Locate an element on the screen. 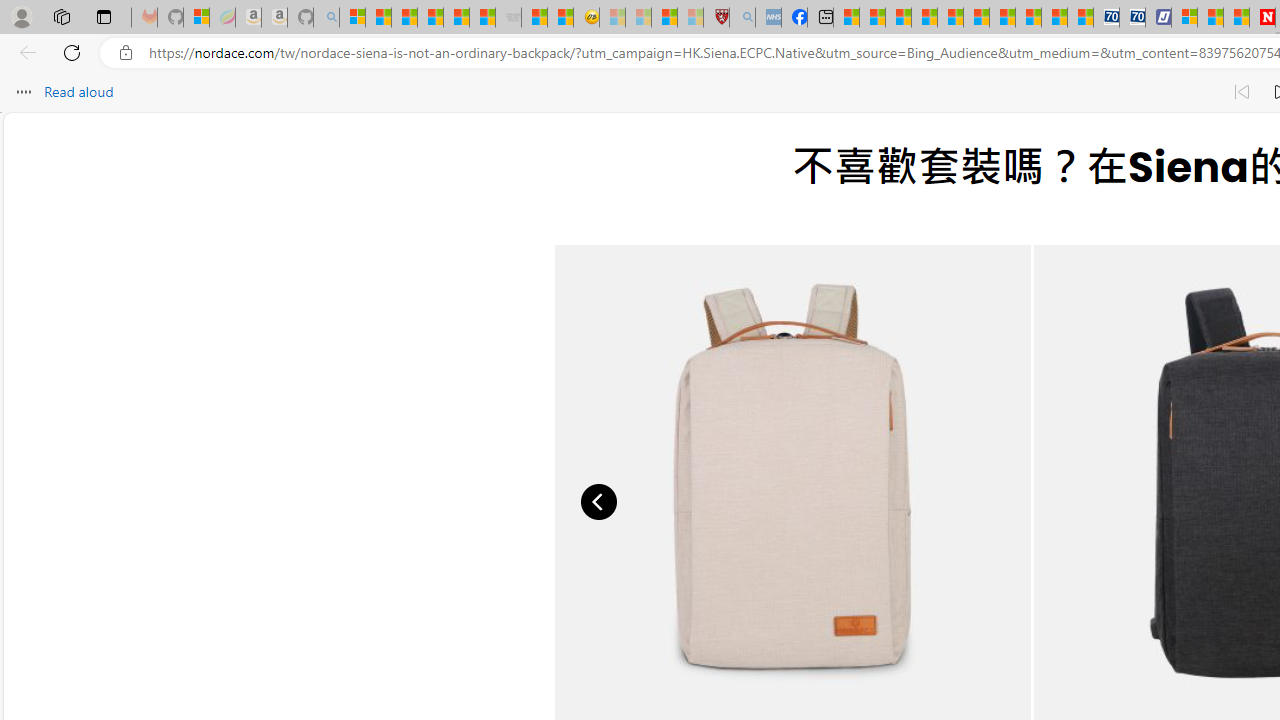  'Cheap Car Rentals - Save70.com' is located at coordinates (1105, 17).